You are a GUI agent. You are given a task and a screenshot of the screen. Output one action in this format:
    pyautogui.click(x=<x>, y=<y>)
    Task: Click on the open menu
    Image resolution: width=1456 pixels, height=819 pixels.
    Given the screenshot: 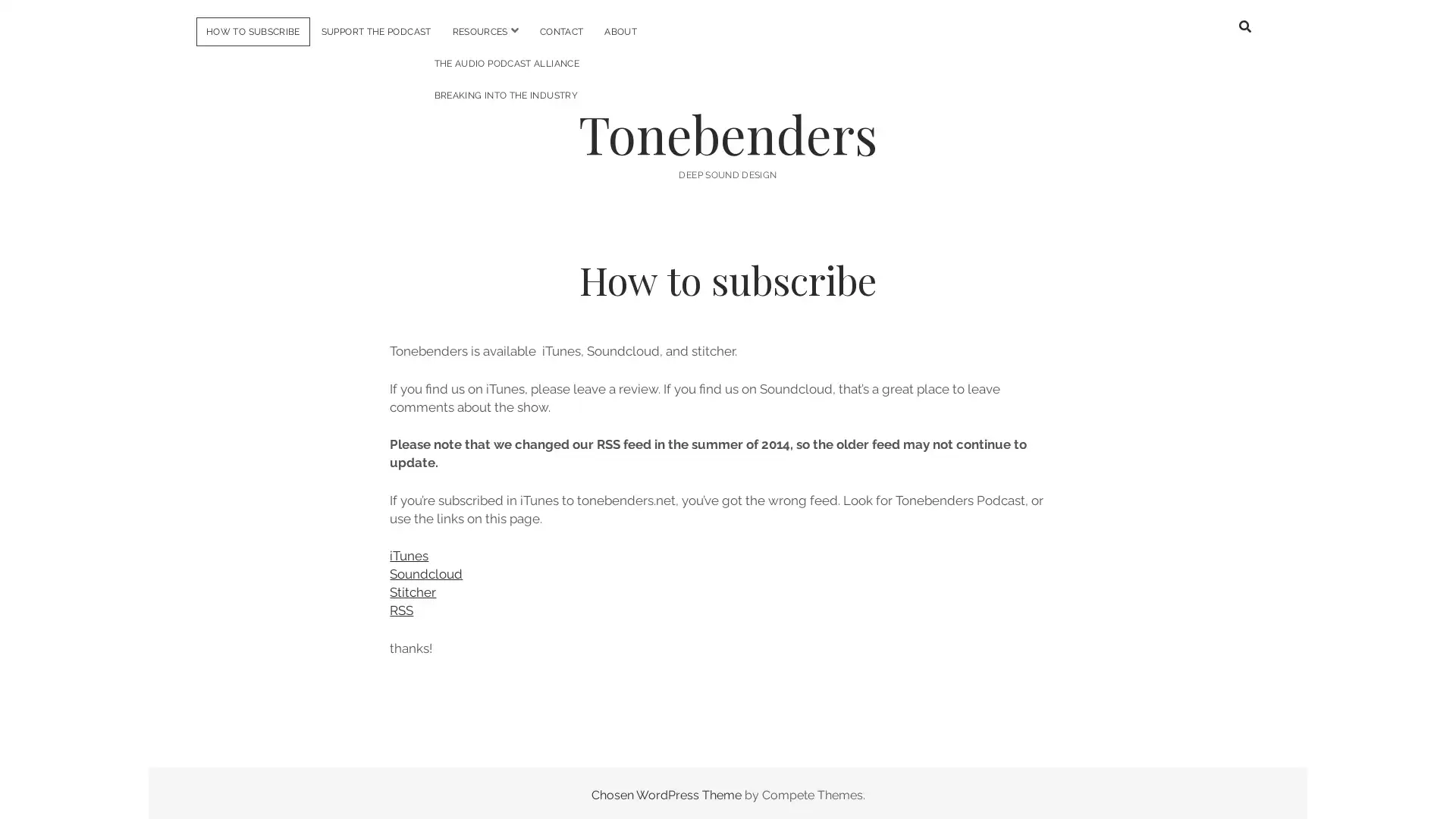 What is the action you would take?
    pyautogui.click(x=513, y=30)
    